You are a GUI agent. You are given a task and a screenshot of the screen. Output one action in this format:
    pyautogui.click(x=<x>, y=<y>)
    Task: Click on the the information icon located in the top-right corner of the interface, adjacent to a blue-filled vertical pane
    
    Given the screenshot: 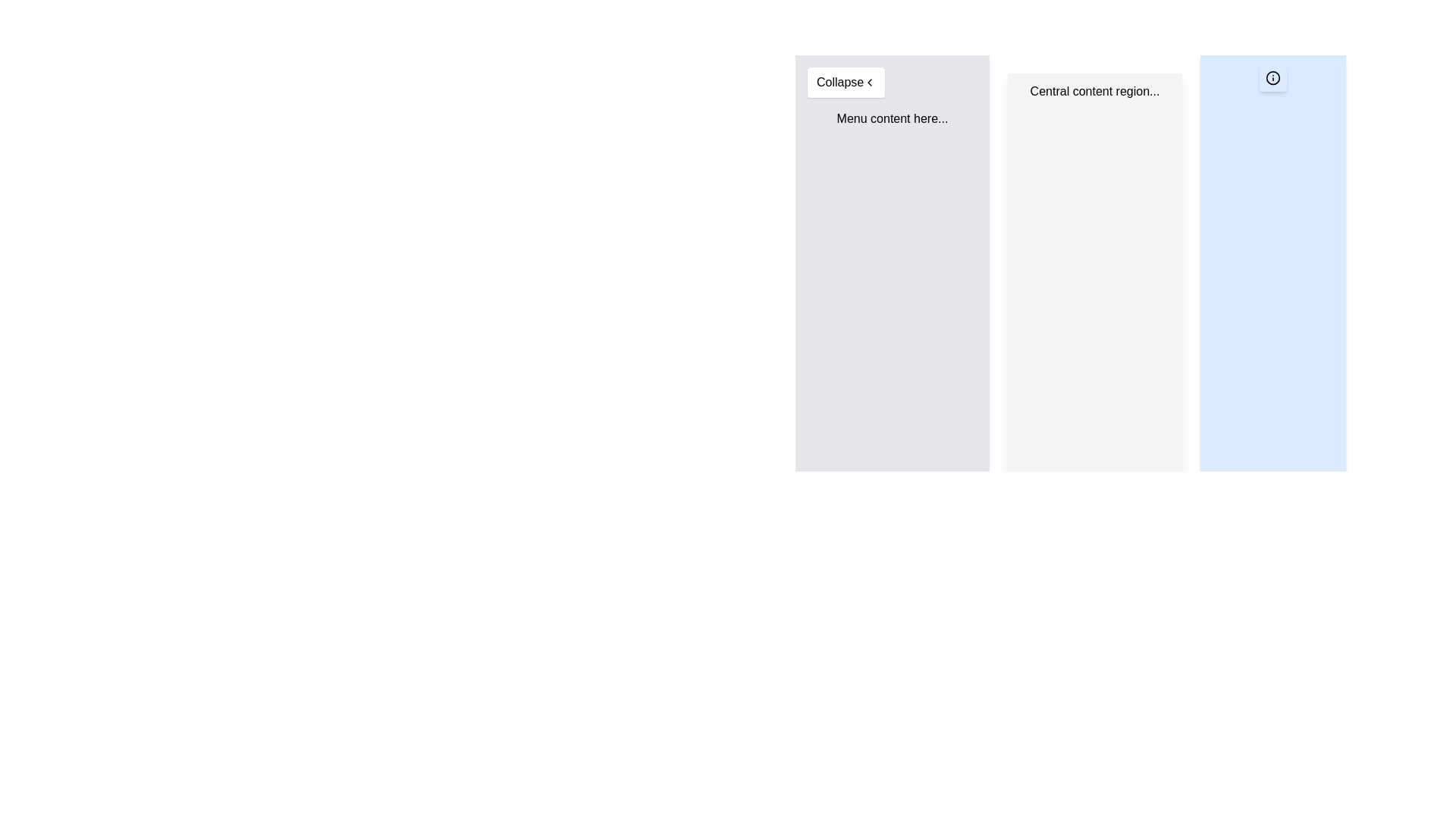 What is the action you would take?
    pyautogui.click(x=1273, y=78)
    